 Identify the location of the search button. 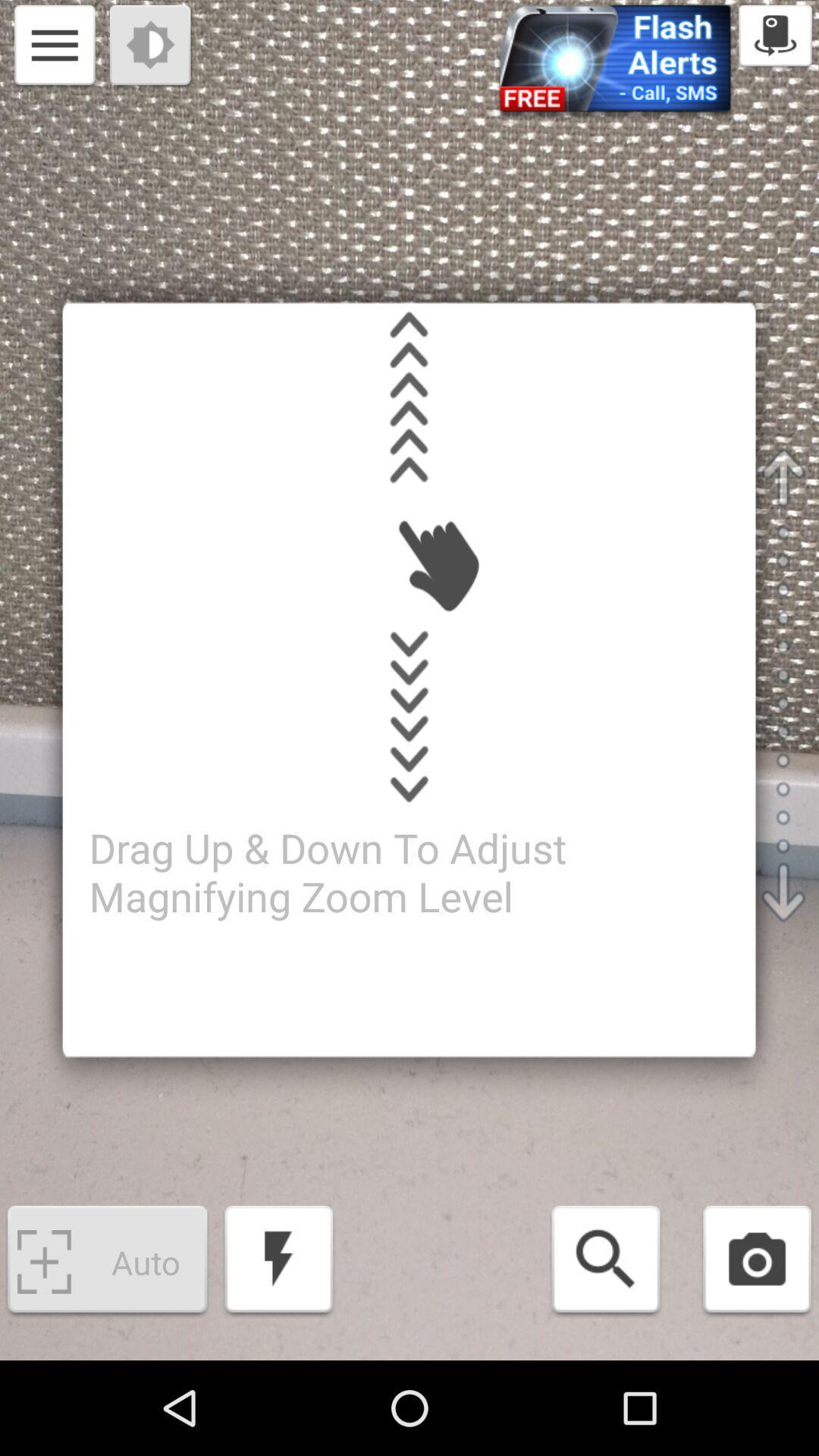
(605, 1262).